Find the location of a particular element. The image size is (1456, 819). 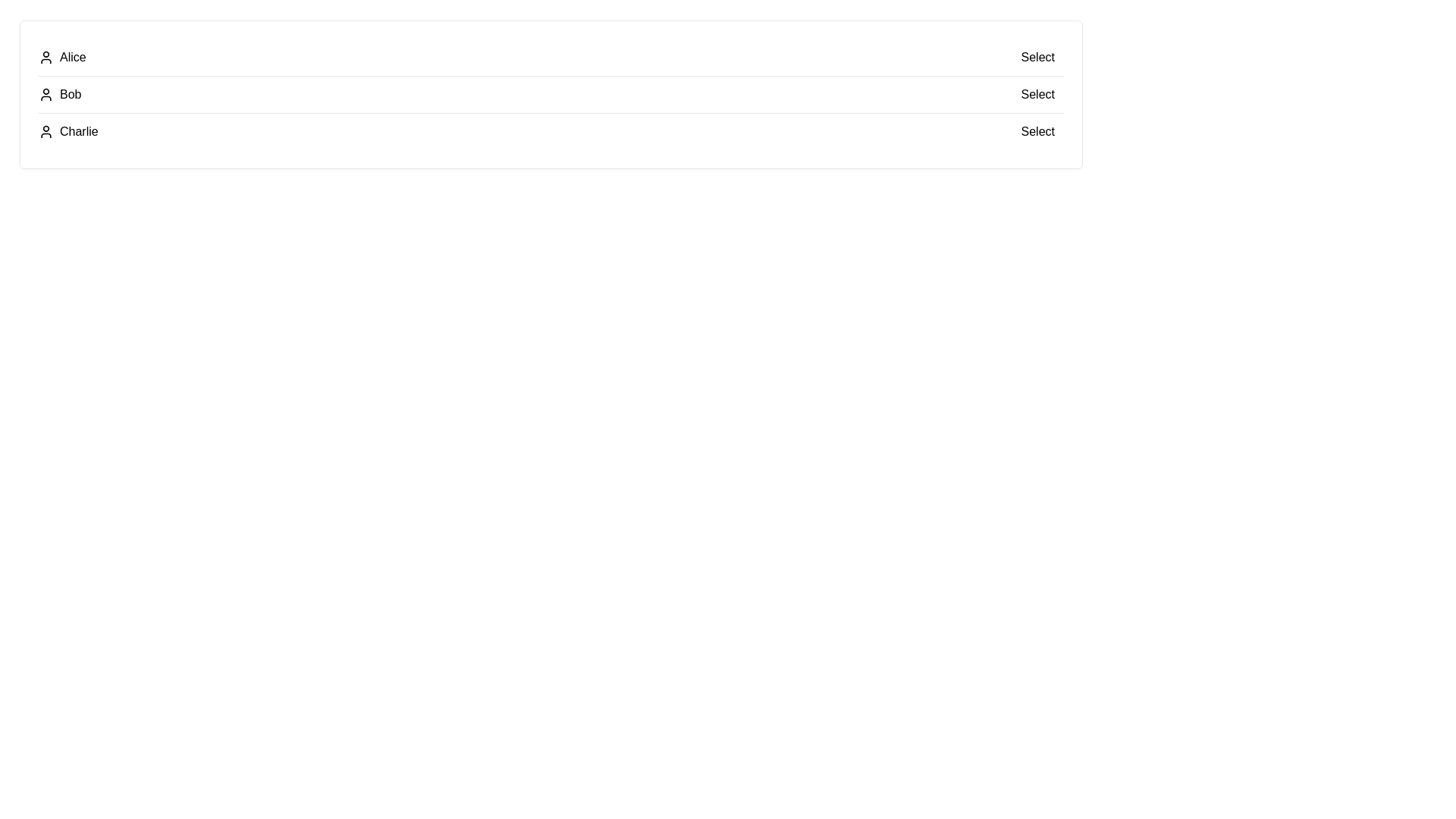

the 'Select' button for the user Alice is located at coordinates (1037, 57).